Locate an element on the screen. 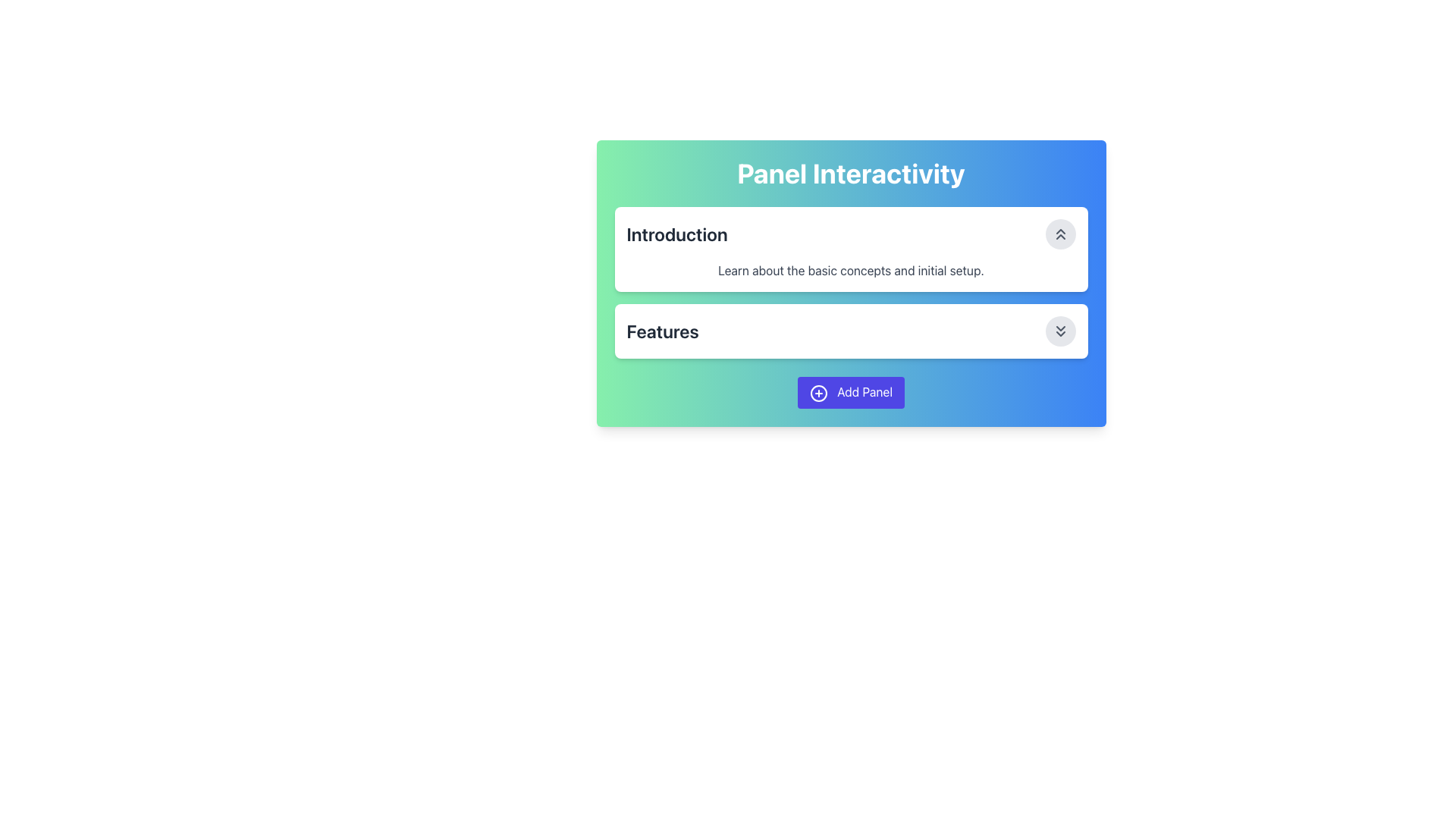  the Text block (Header) which serves as a title for the following section, positioned at the top-left corner of the main content card is located at coordinates (676, 234).